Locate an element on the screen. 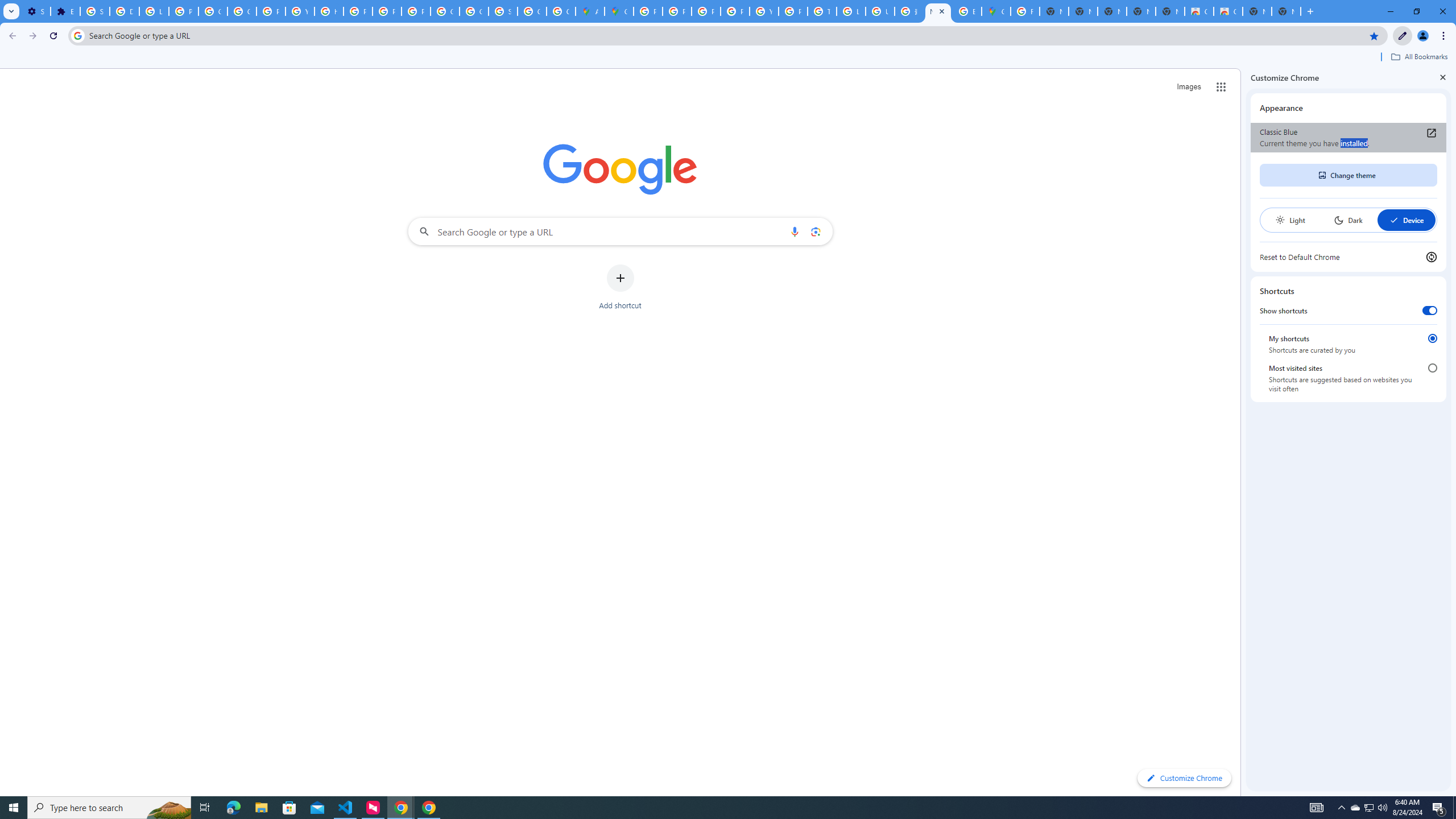 The image size is (1456, 819). 'Explore new street-level details - Google Maps Help' is located at coordinates (967, 11).